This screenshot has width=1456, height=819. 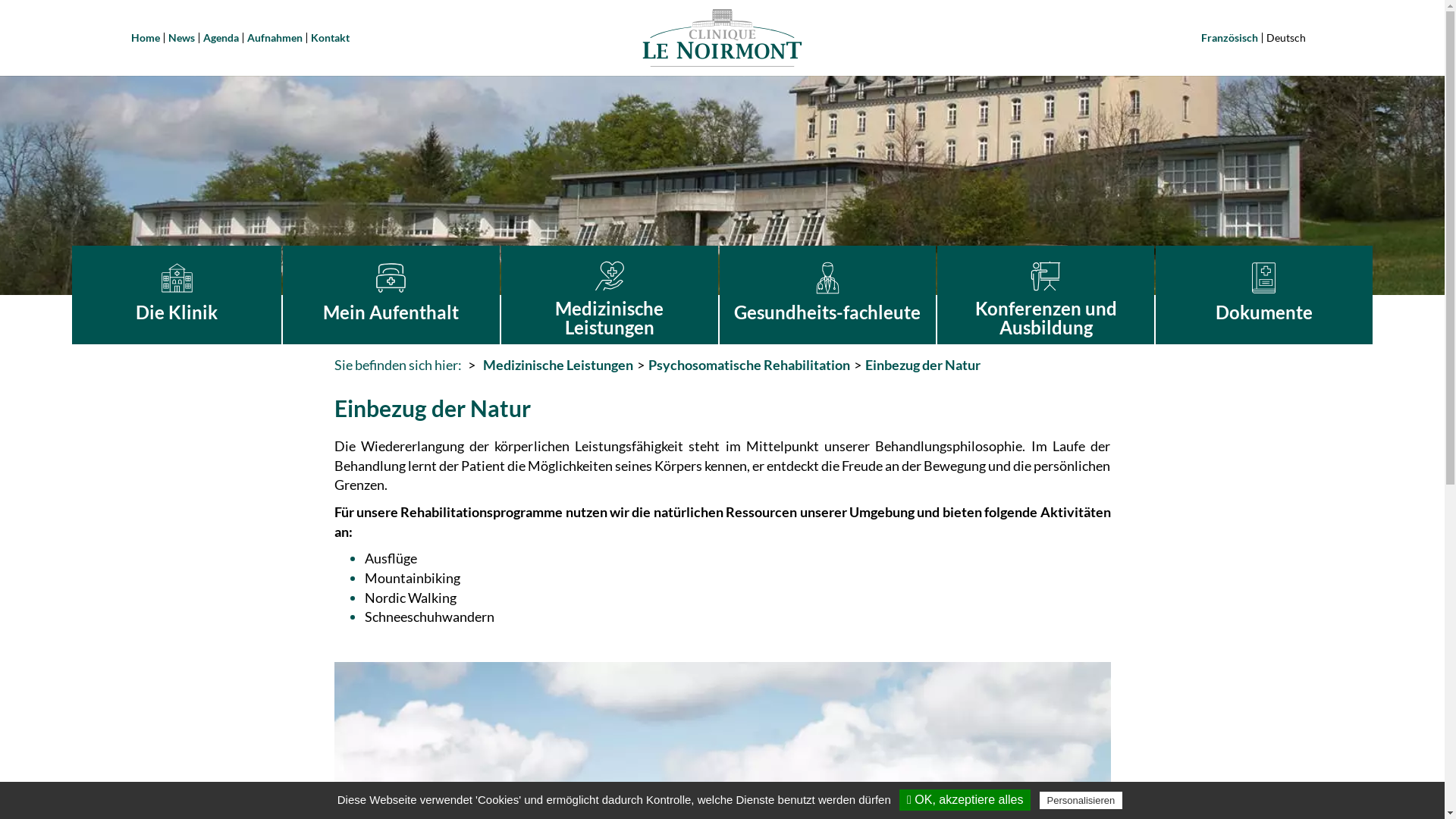 What do you see at coordinates (1044, 295) in the screenshot?
I see `'Konferenzen und Ausbildung'` at bounding box center [1044, 295].